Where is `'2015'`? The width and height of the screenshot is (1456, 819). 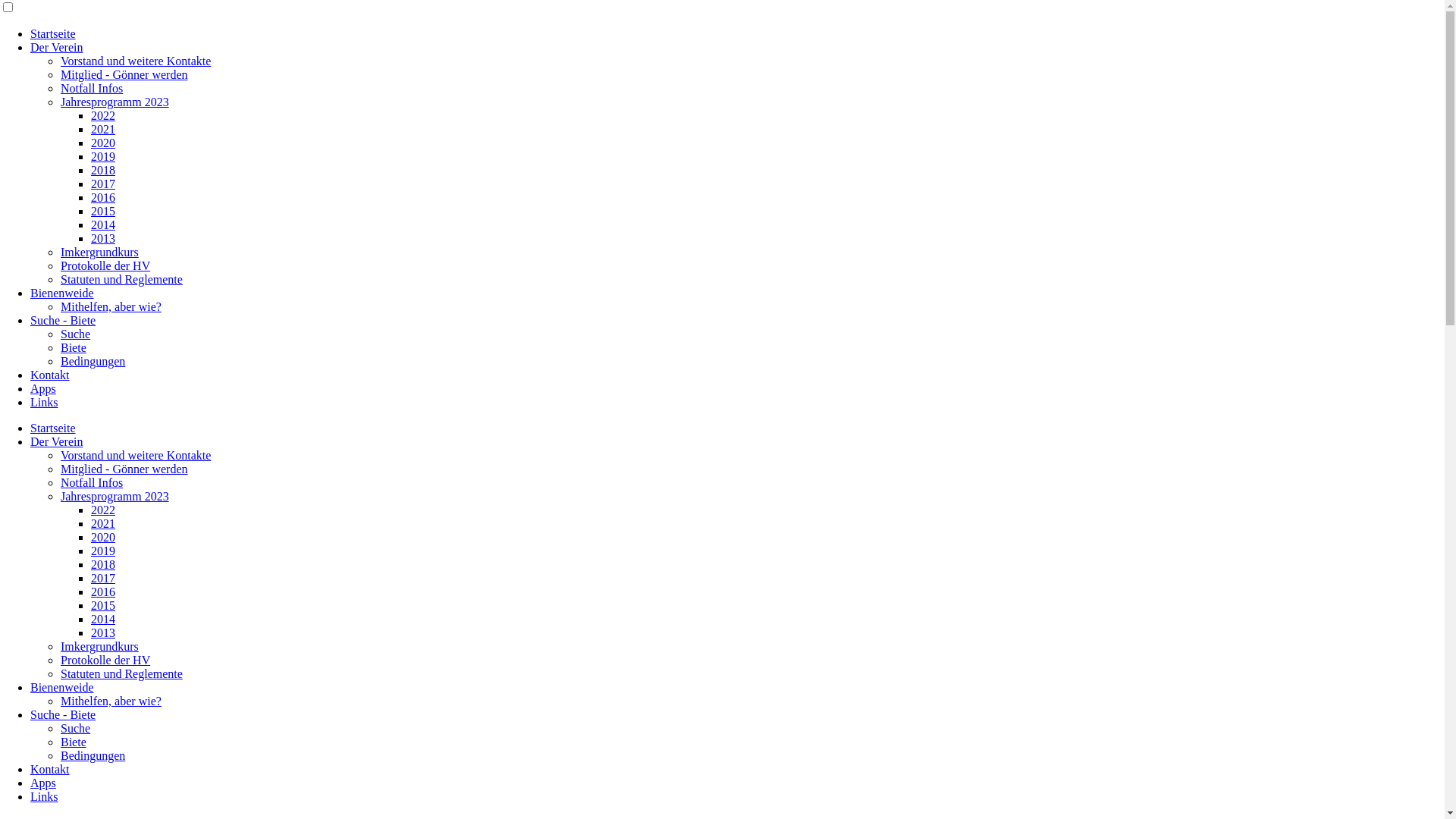
'2015' is located at coordinates (102, 604).